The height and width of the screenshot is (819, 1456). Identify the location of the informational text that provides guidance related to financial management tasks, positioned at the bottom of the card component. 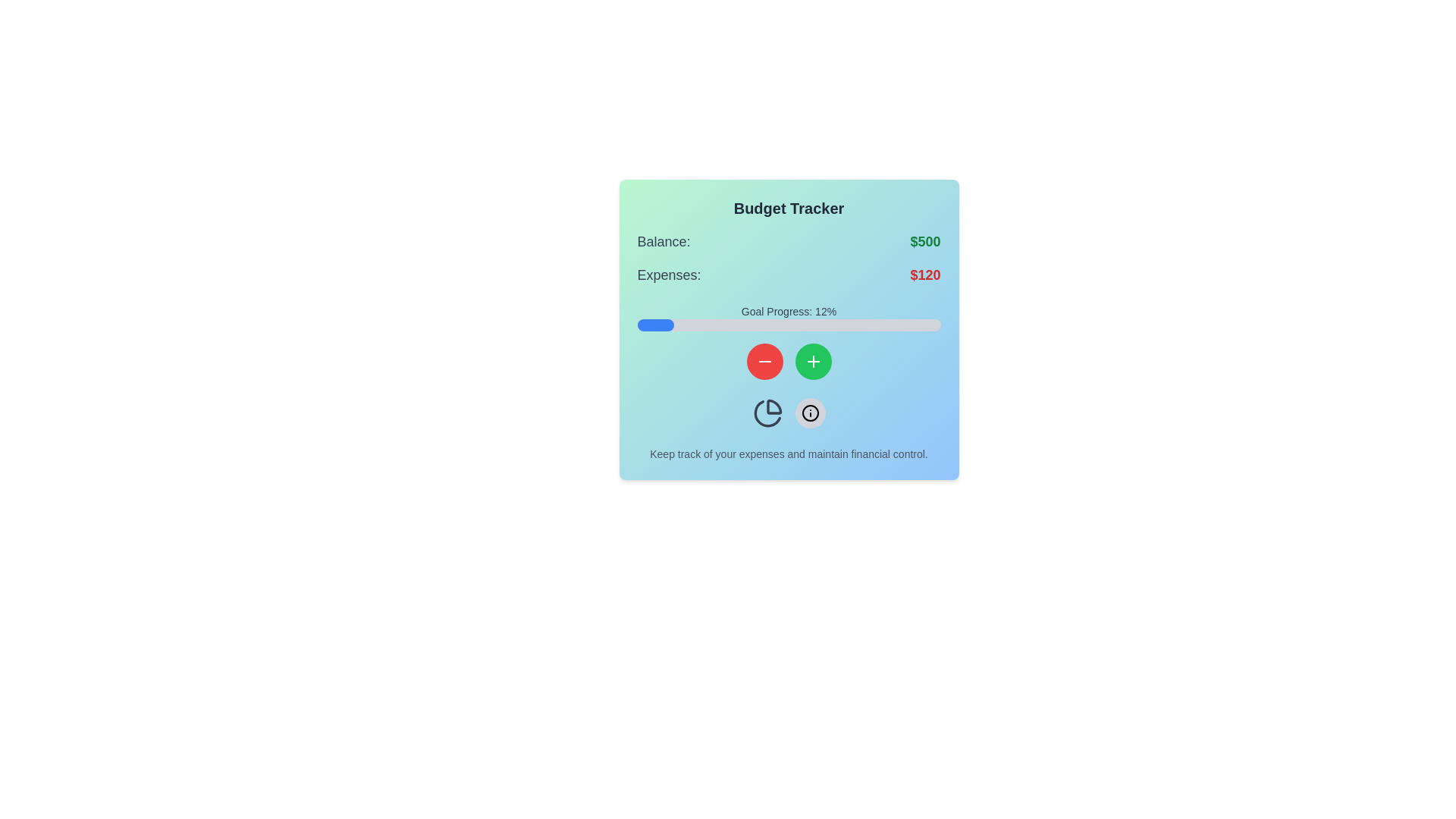
(789, 453).